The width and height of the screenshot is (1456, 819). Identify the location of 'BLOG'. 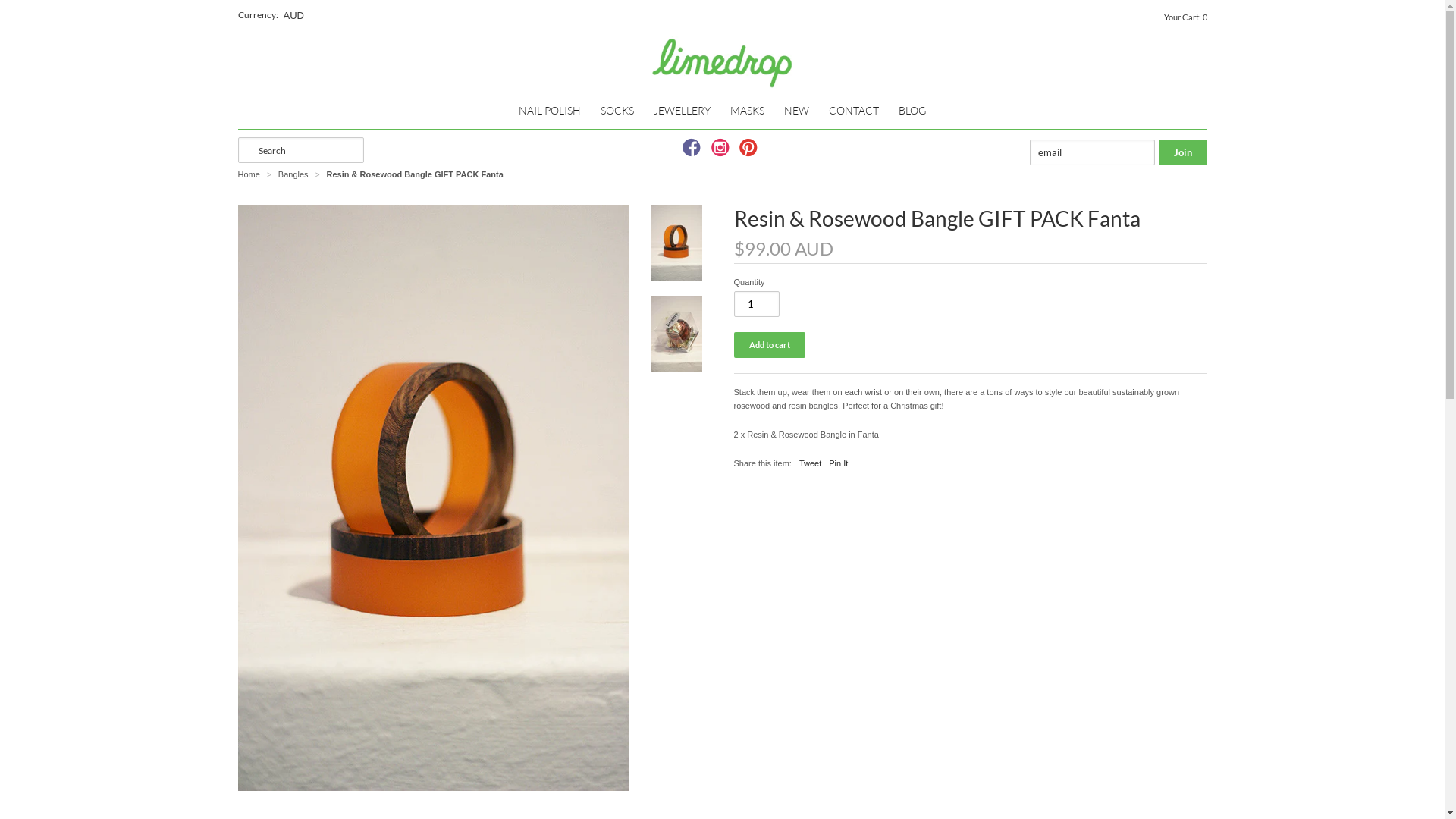
(912, 110).